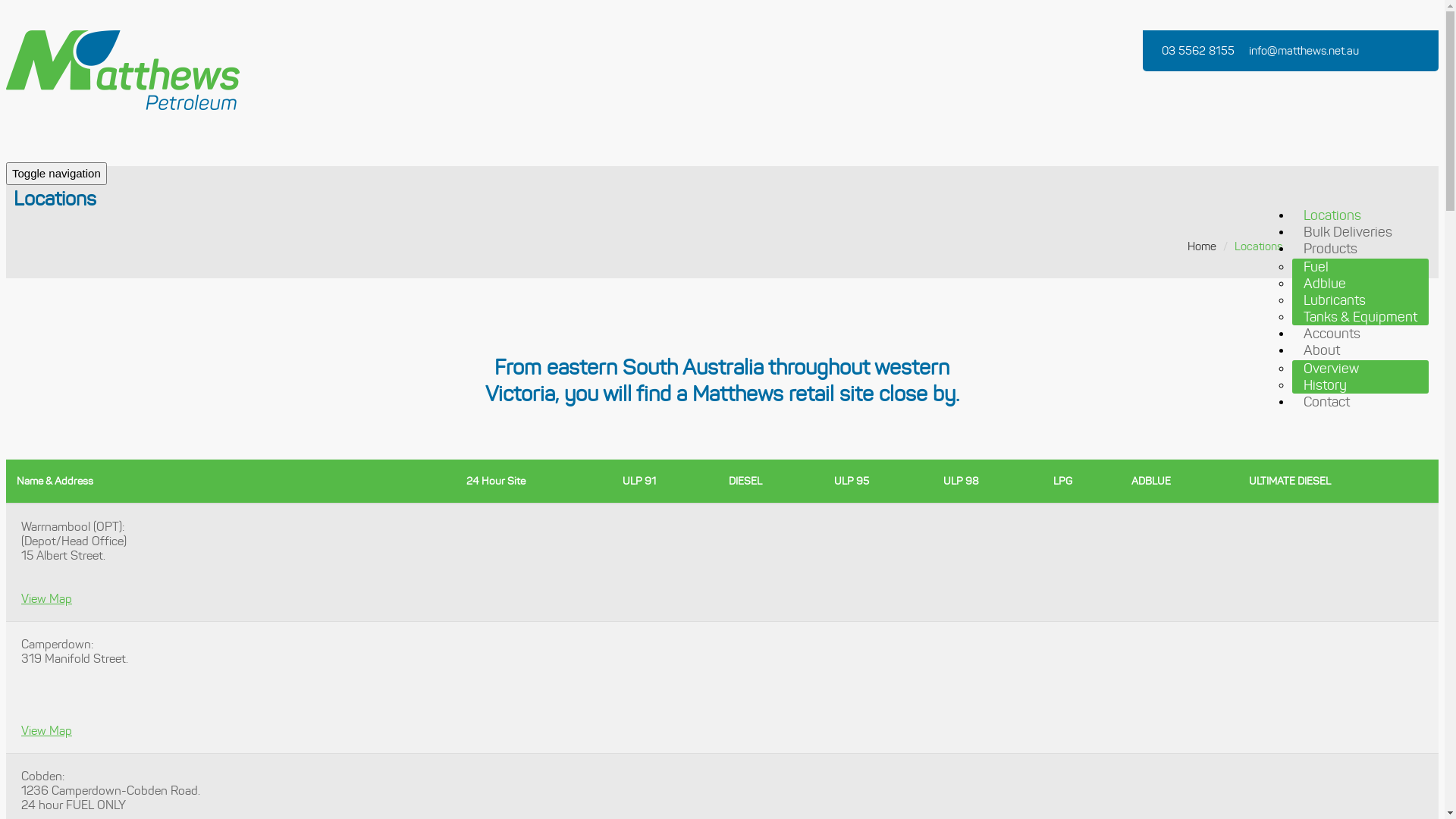  What do you see at coordinates (46, 598) in the screenshot?
I see `'View Map'` at bounding box center [46, 598].